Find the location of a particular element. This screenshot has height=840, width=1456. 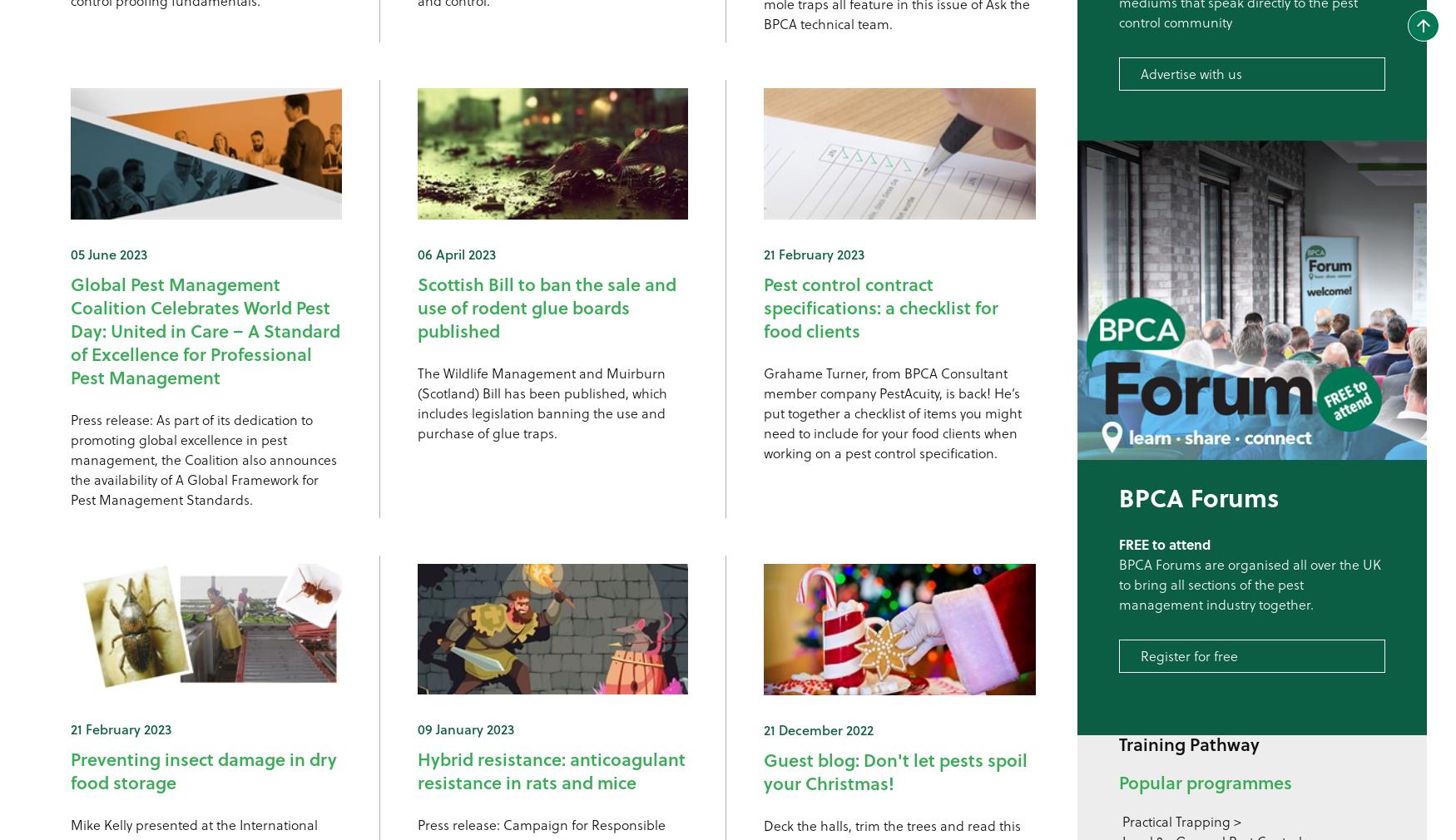

'06 April 2023' is located at coordinates (454, 253).